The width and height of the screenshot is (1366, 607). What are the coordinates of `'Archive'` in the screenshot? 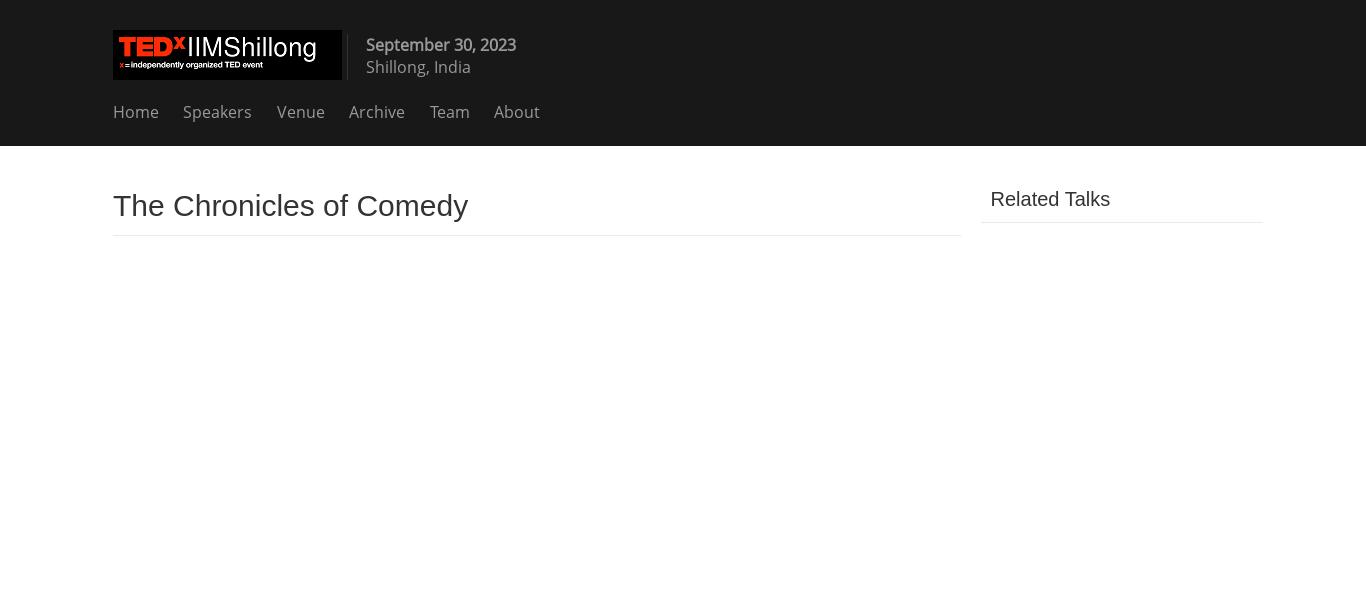 It's located at (376, 110).